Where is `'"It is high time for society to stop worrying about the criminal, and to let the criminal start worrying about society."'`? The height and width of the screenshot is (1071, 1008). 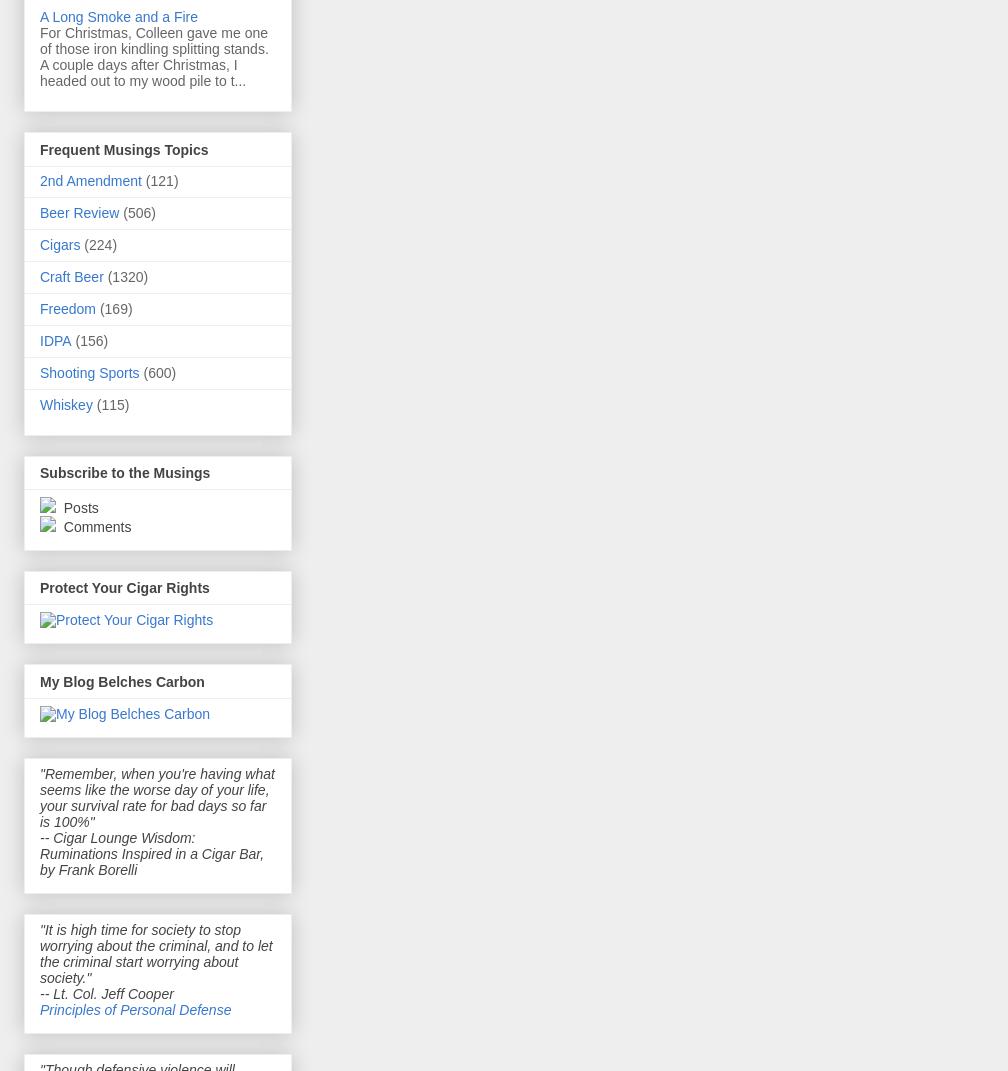
'"It is high time for society to stop worrying about the criminal, and to let the criminal start worrying about society."' is located at coordinates (156, 951).